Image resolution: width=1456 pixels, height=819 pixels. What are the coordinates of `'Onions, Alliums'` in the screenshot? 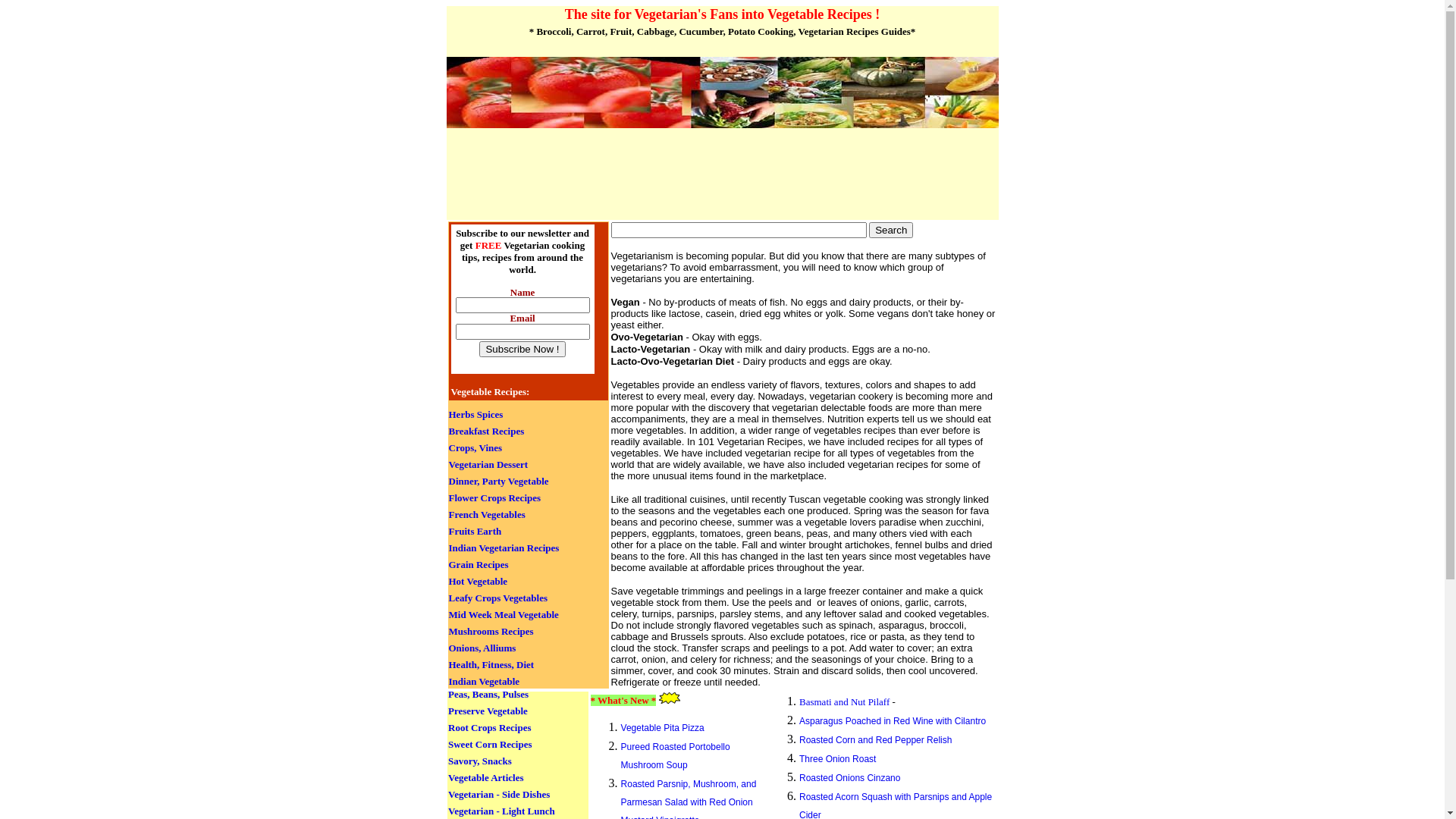 It's located at (447, 648).